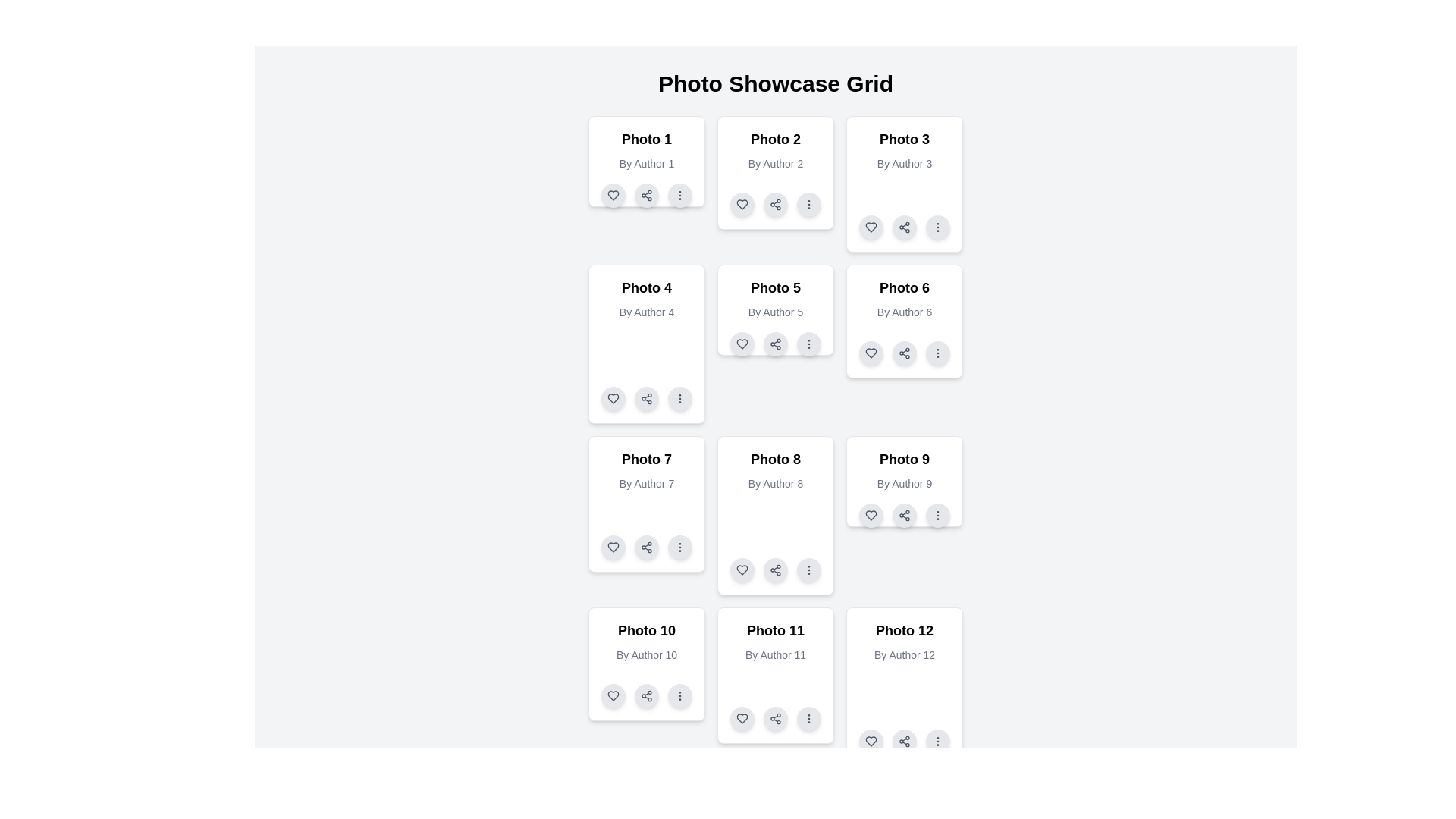 The width and height of the screenshot is (1456, 819). Describe the element at coordinates (679, 397) in the screenshot. I see `the third interactive button located at the far-right end of the button group at the bottom of the 'Photo 4' card` at that location.